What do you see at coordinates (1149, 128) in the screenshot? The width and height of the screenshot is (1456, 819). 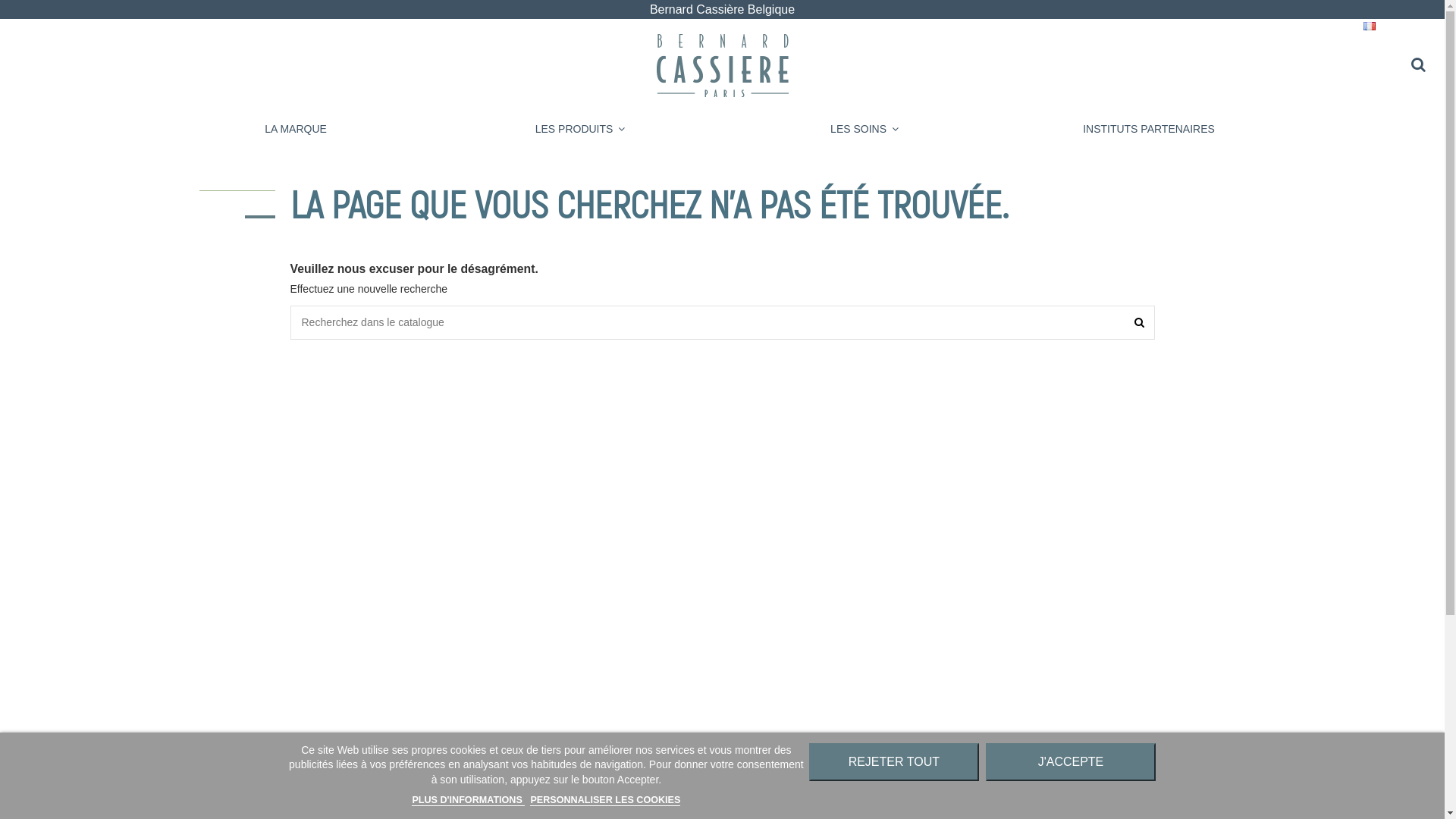 I see `'INSTITUTS PARTENAIRES'` at bounding box center [1149, 128].